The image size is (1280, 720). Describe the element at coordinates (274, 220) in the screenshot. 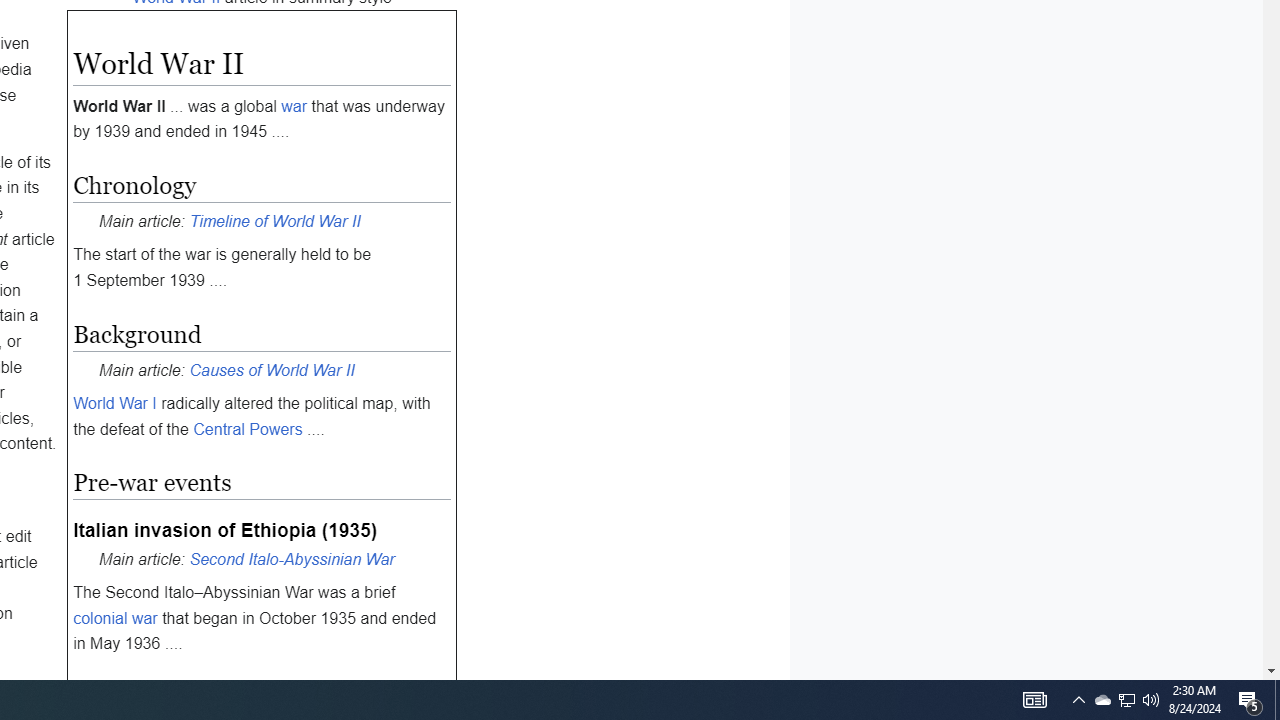

I see `'Timeline of World War II'` at that location.